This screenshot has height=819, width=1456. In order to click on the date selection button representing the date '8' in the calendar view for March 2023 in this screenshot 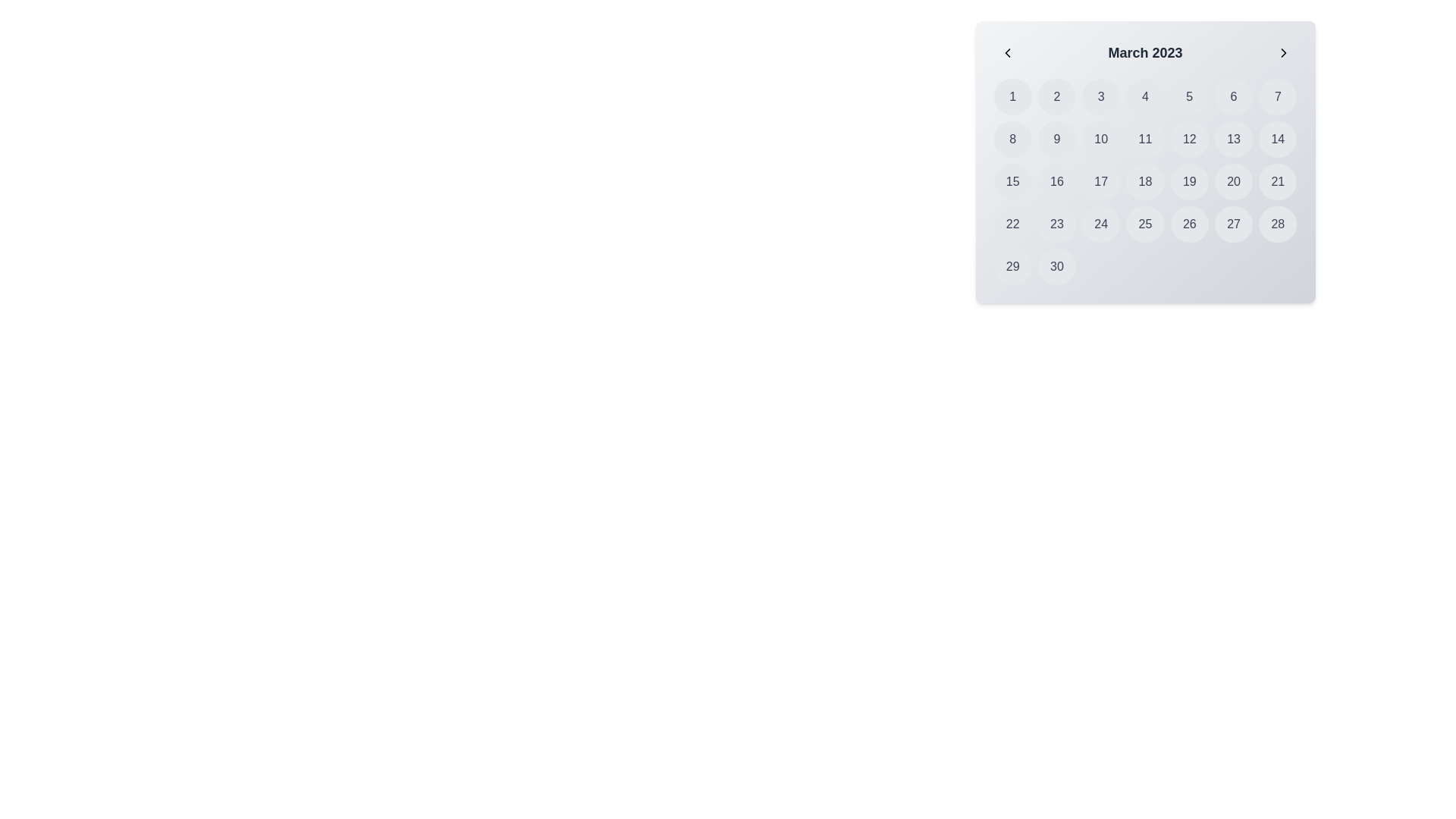, I will do `click(1012, 140)`.